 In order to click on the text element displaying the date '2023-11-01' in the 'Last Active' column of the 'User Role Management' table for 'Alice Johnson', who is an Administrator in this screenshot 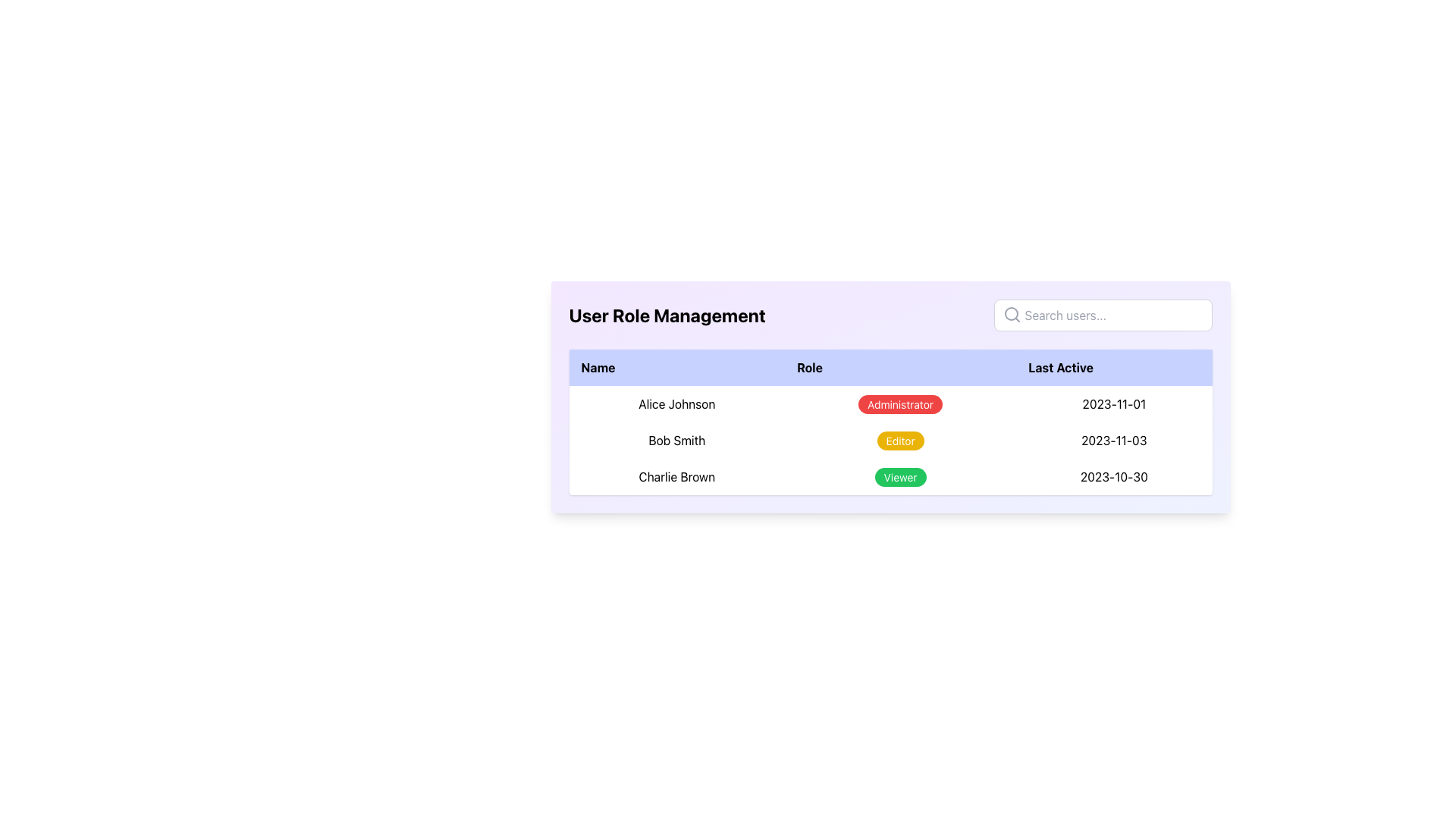, I will do `click(1114, 403)`.